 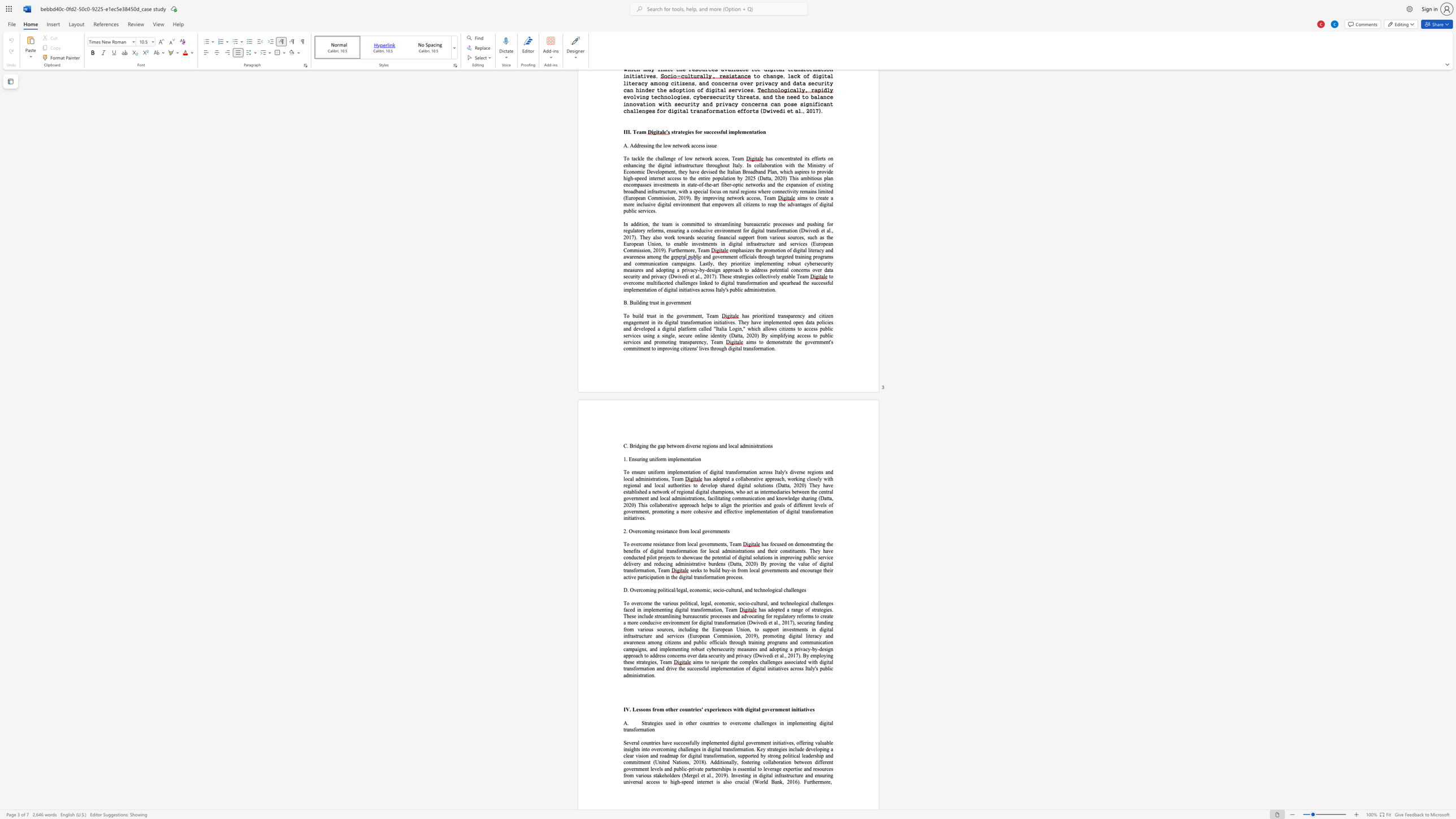 I want to click on the 2th character "g" in the text, so click(x=647, y=445).